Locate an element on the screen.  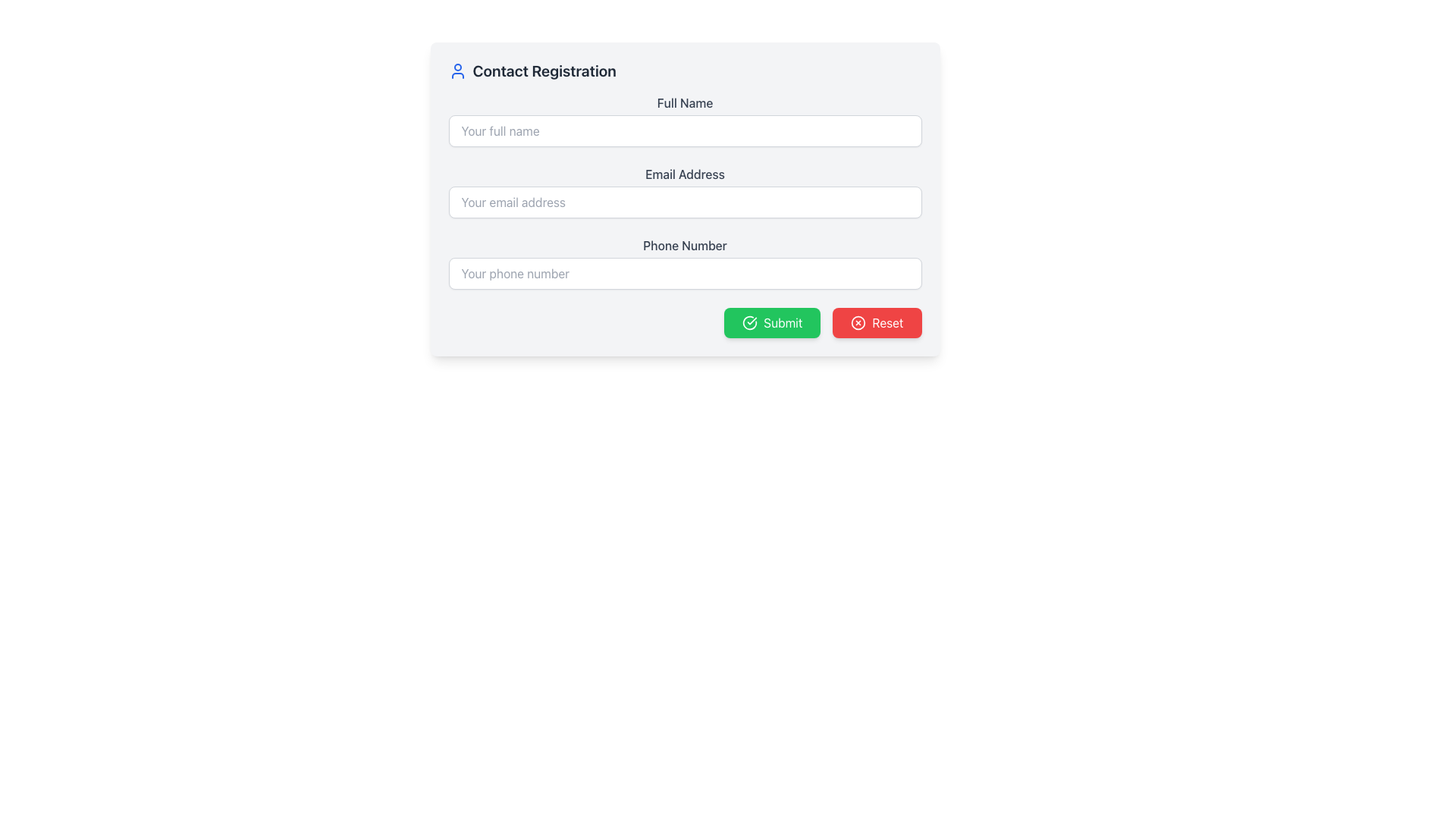
the label that provides instructions for the text input field below it, positioned at the top left of the form is located at coordinates (684, 102).